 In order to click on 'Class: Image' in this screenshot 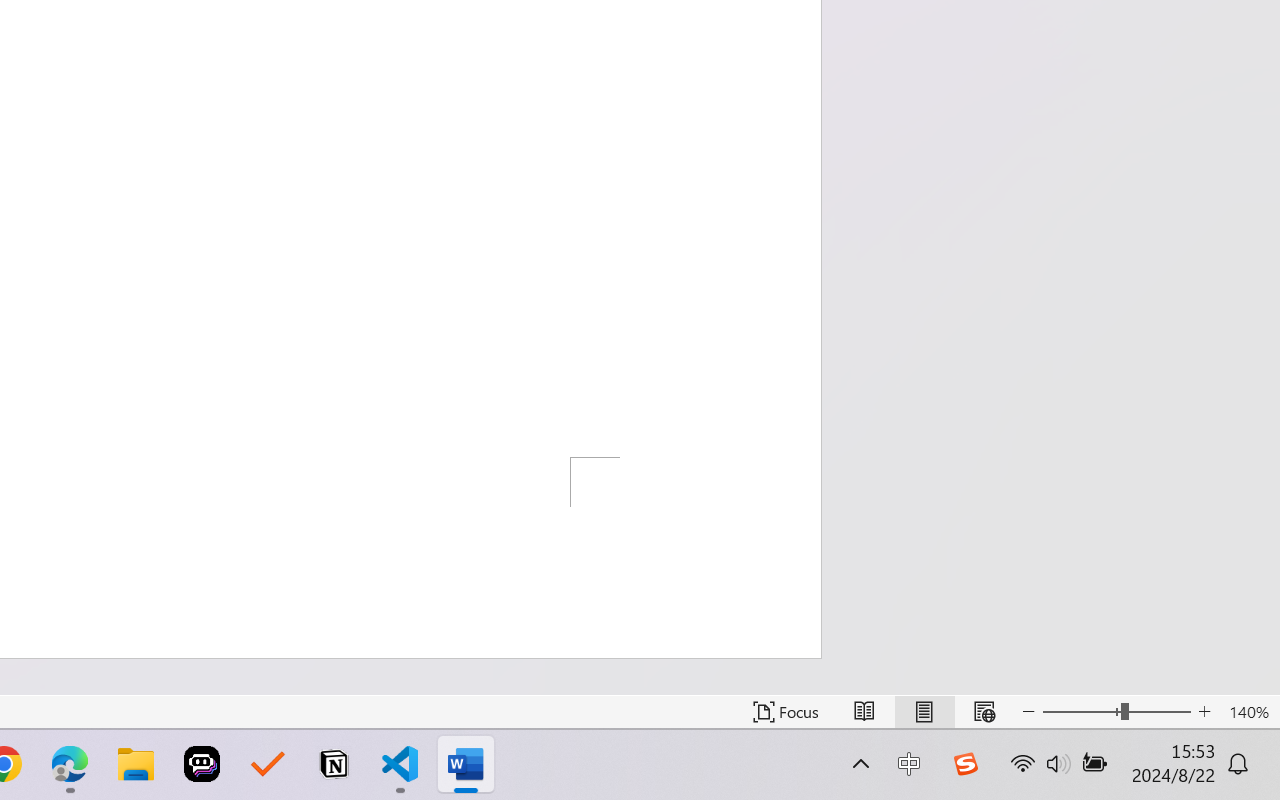, I will do `click(965, 764)`.